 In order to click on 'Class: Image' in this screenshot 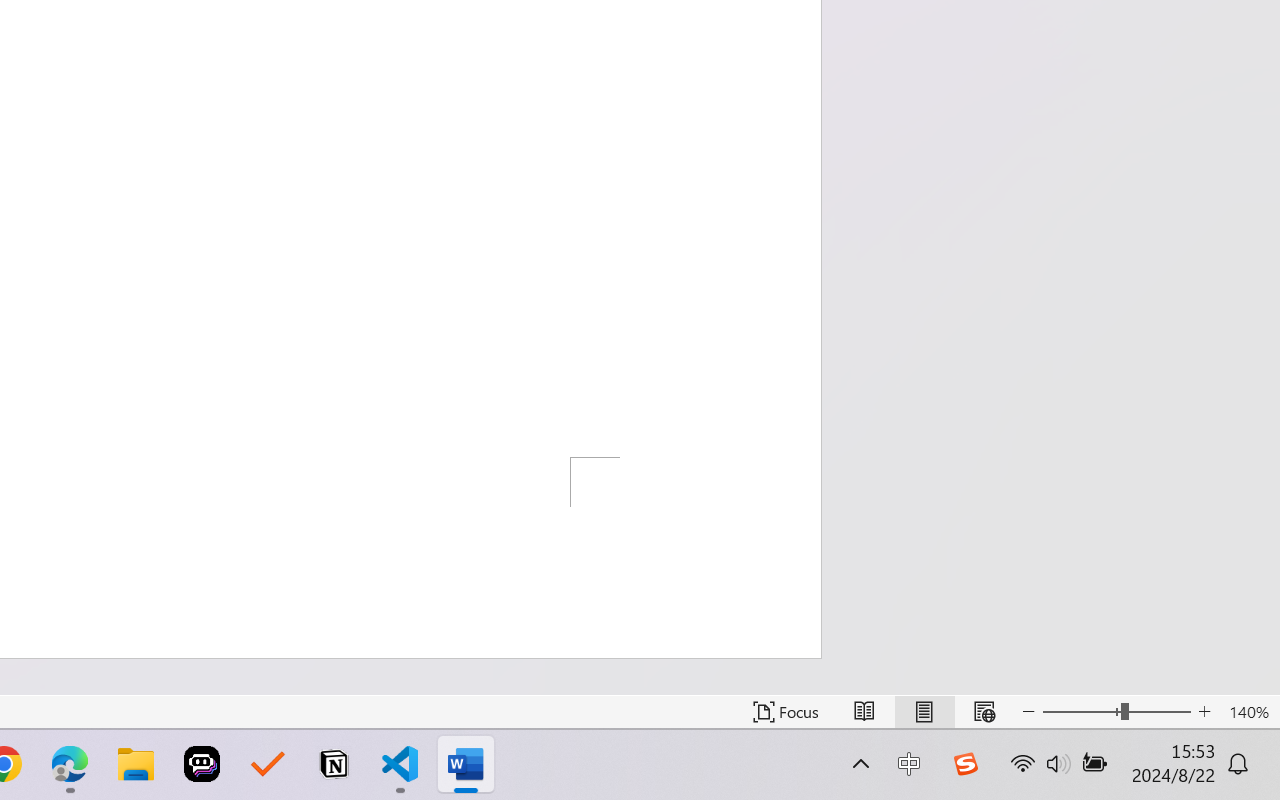, I will do `click(965, 764)`.